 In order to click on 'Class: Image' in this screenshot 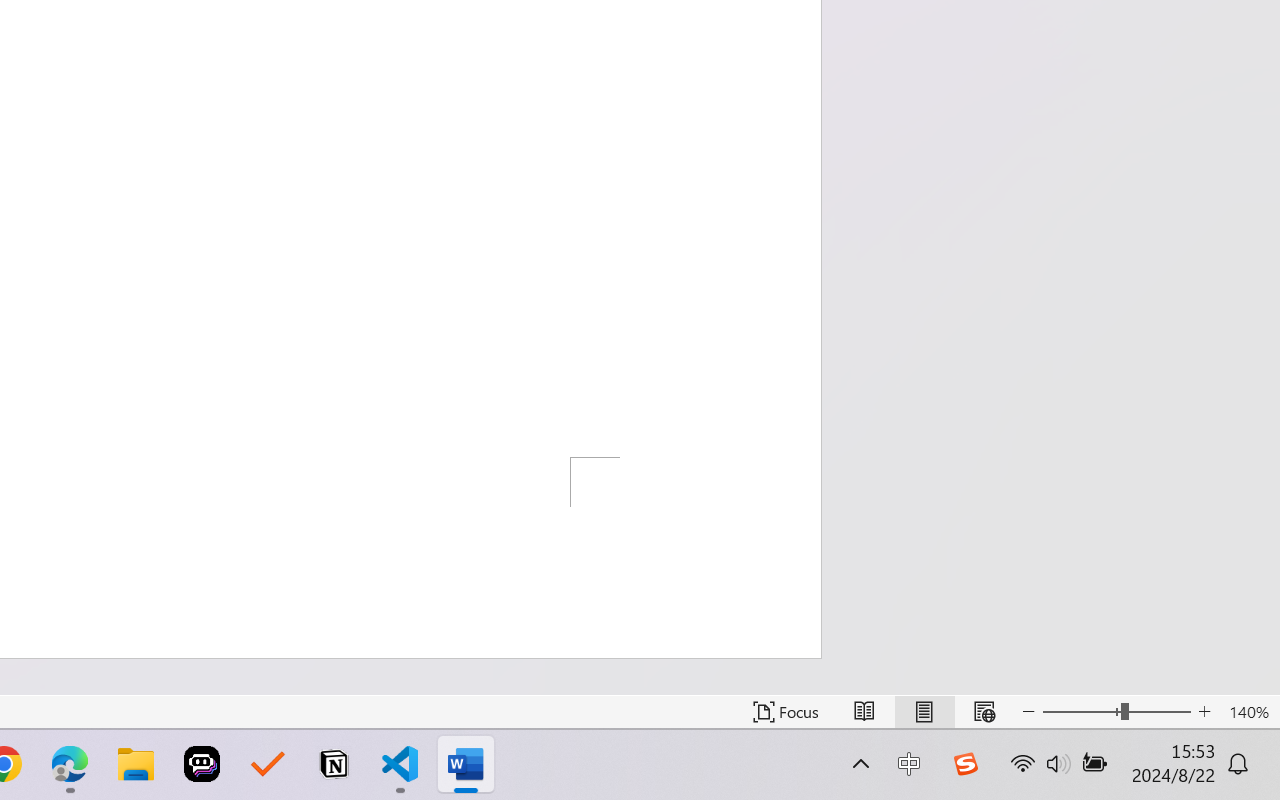, I will do `click(965, 764)`.